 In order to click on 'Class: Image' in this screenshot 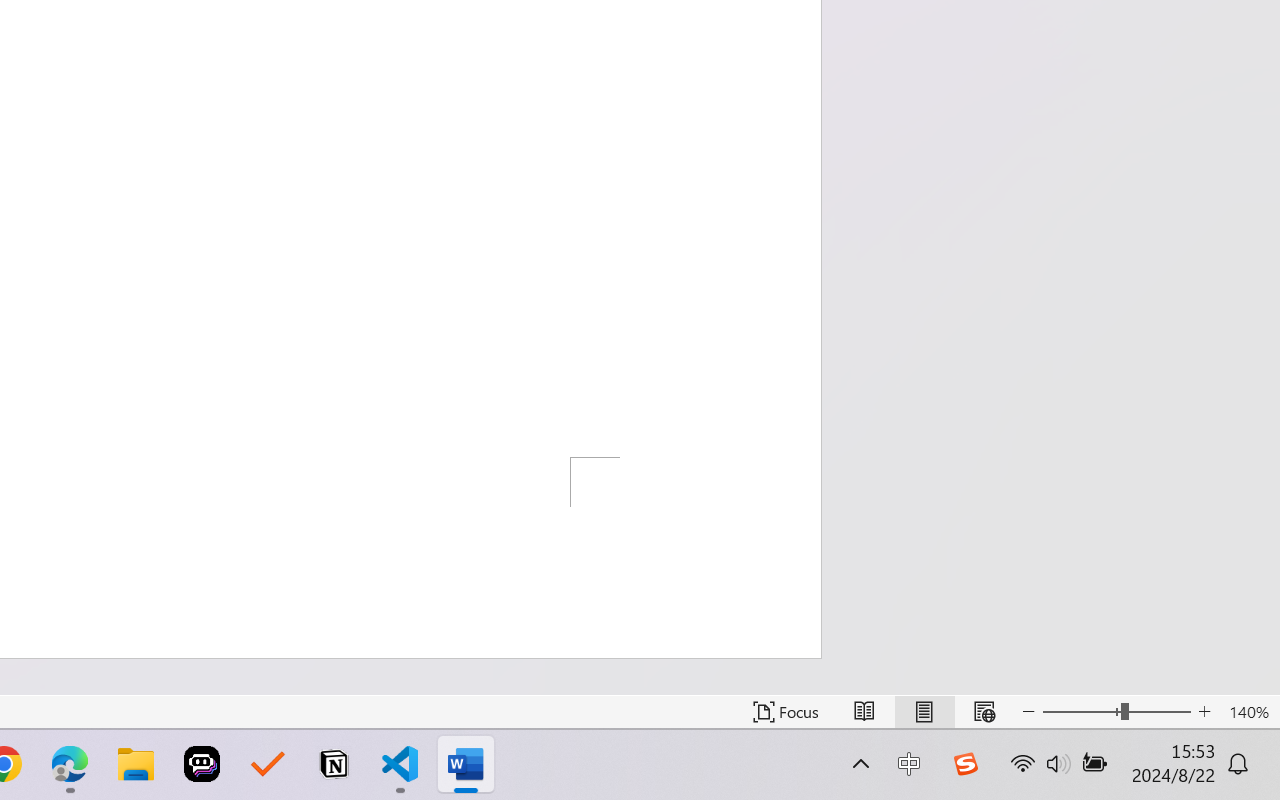, I will do `click(965, 764)`.